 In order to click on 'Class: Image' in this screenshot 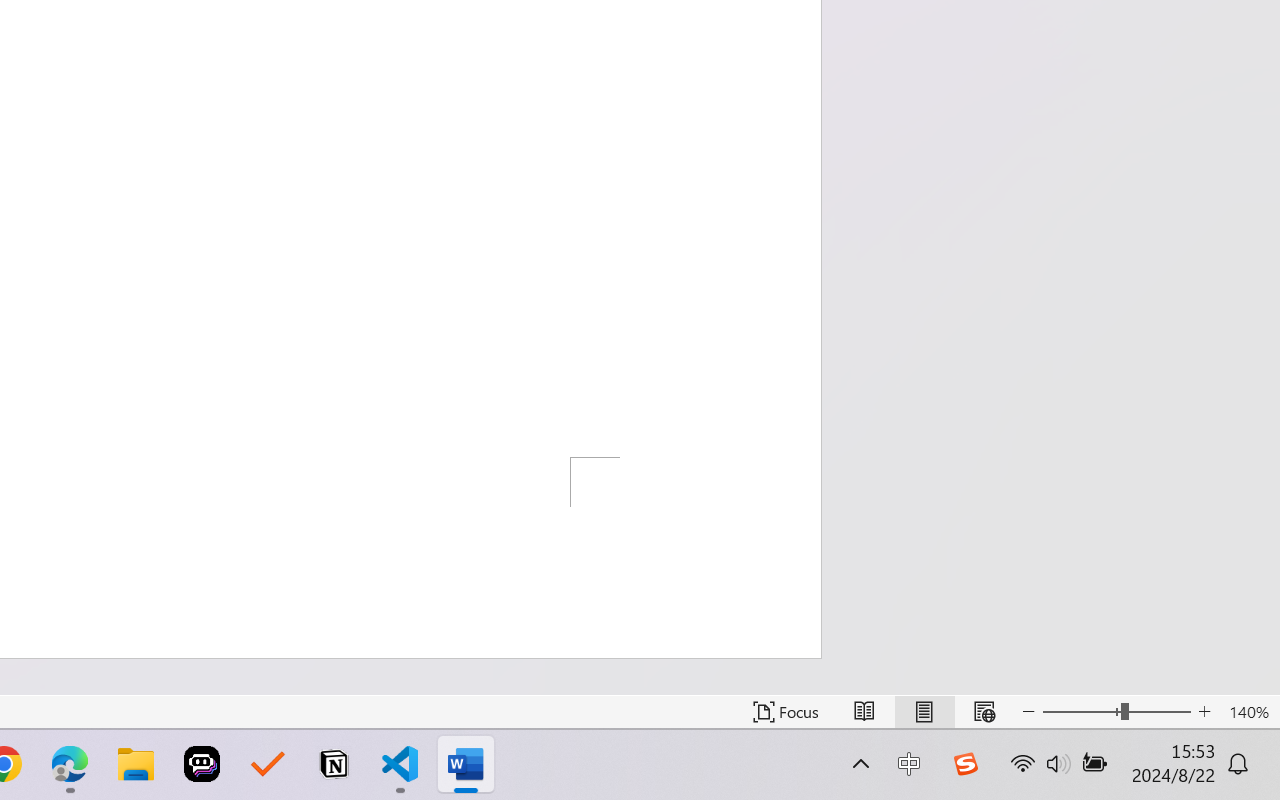, I will do `click(965, 764)`.